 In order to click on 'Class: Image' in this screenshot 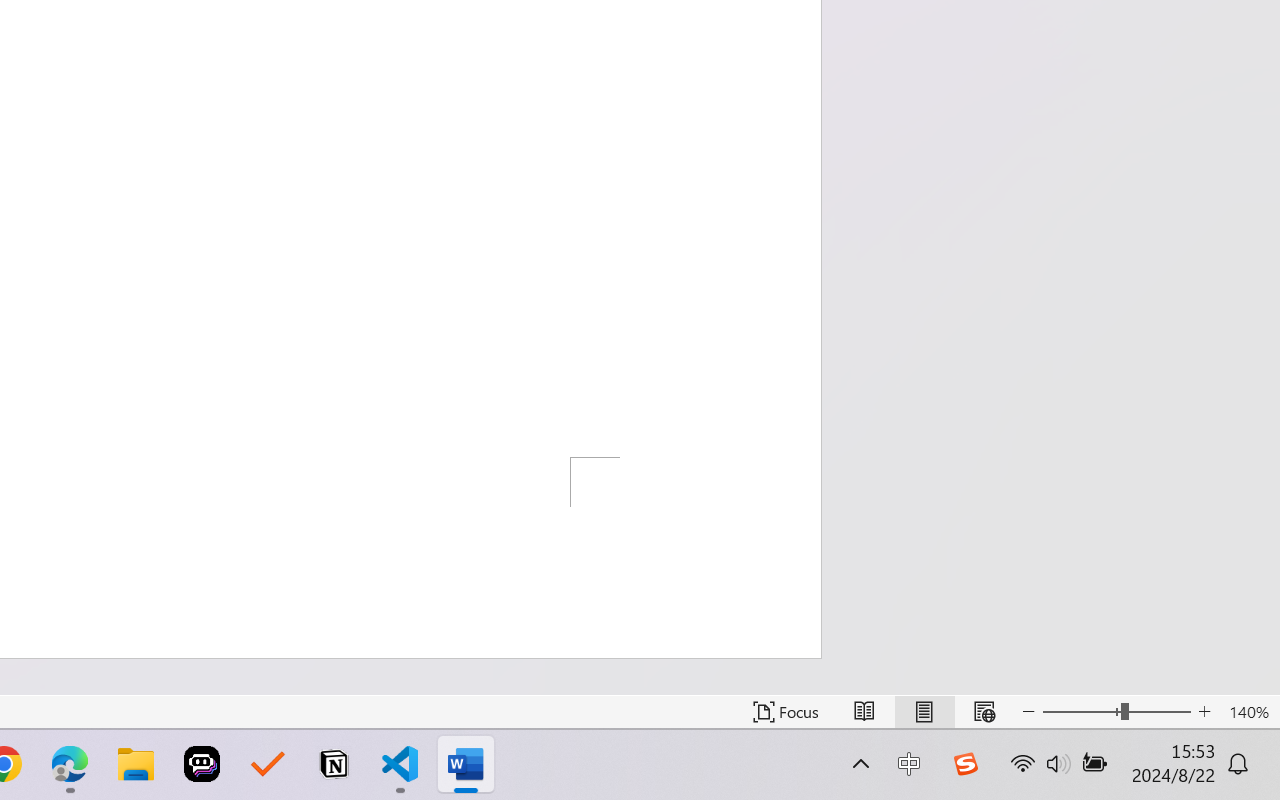, I will do `click(965, 764)`.